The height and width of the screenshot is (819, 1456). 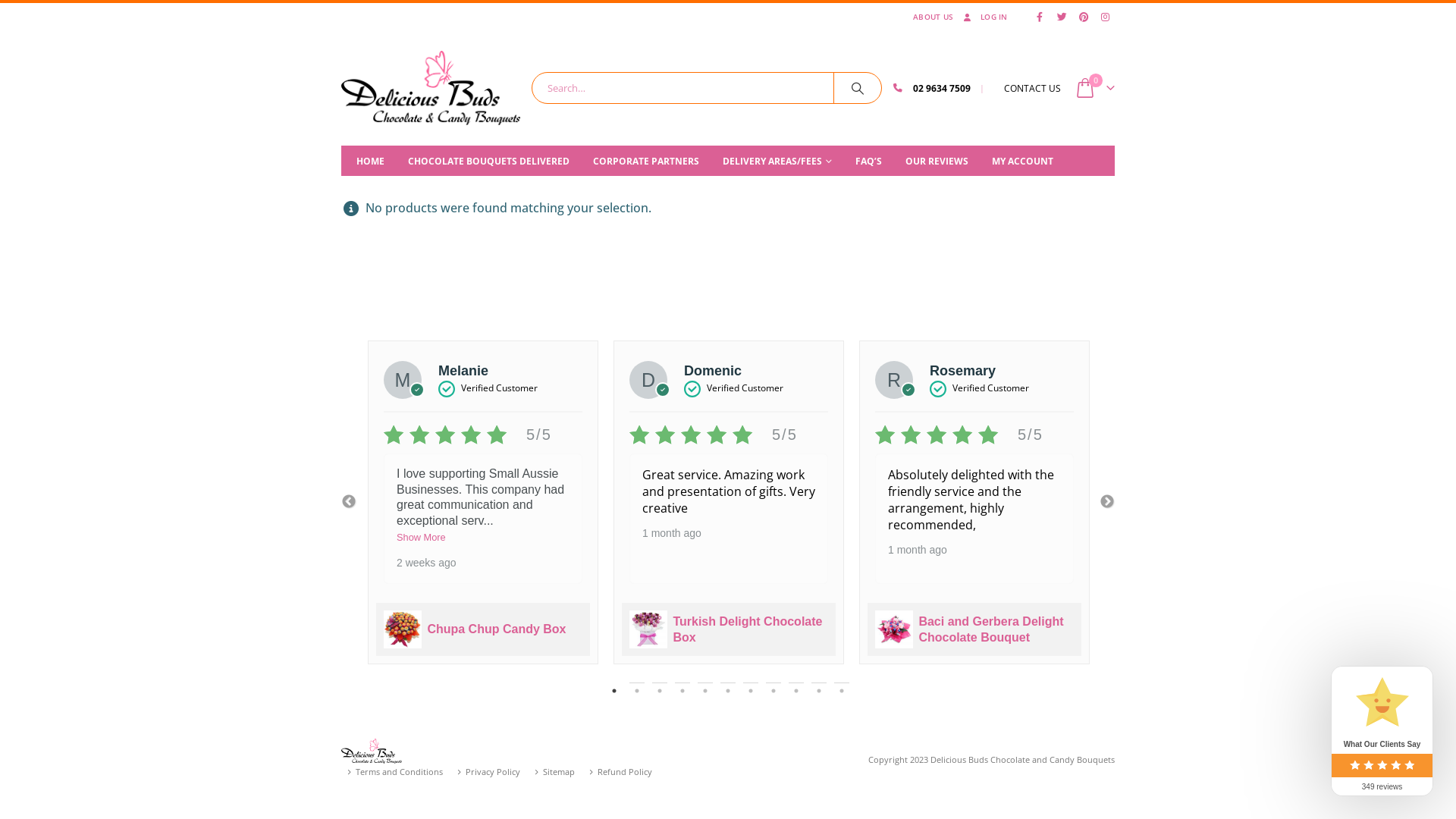 I want to click on 'OUR REVIEWS', so click(x=932, y=161).